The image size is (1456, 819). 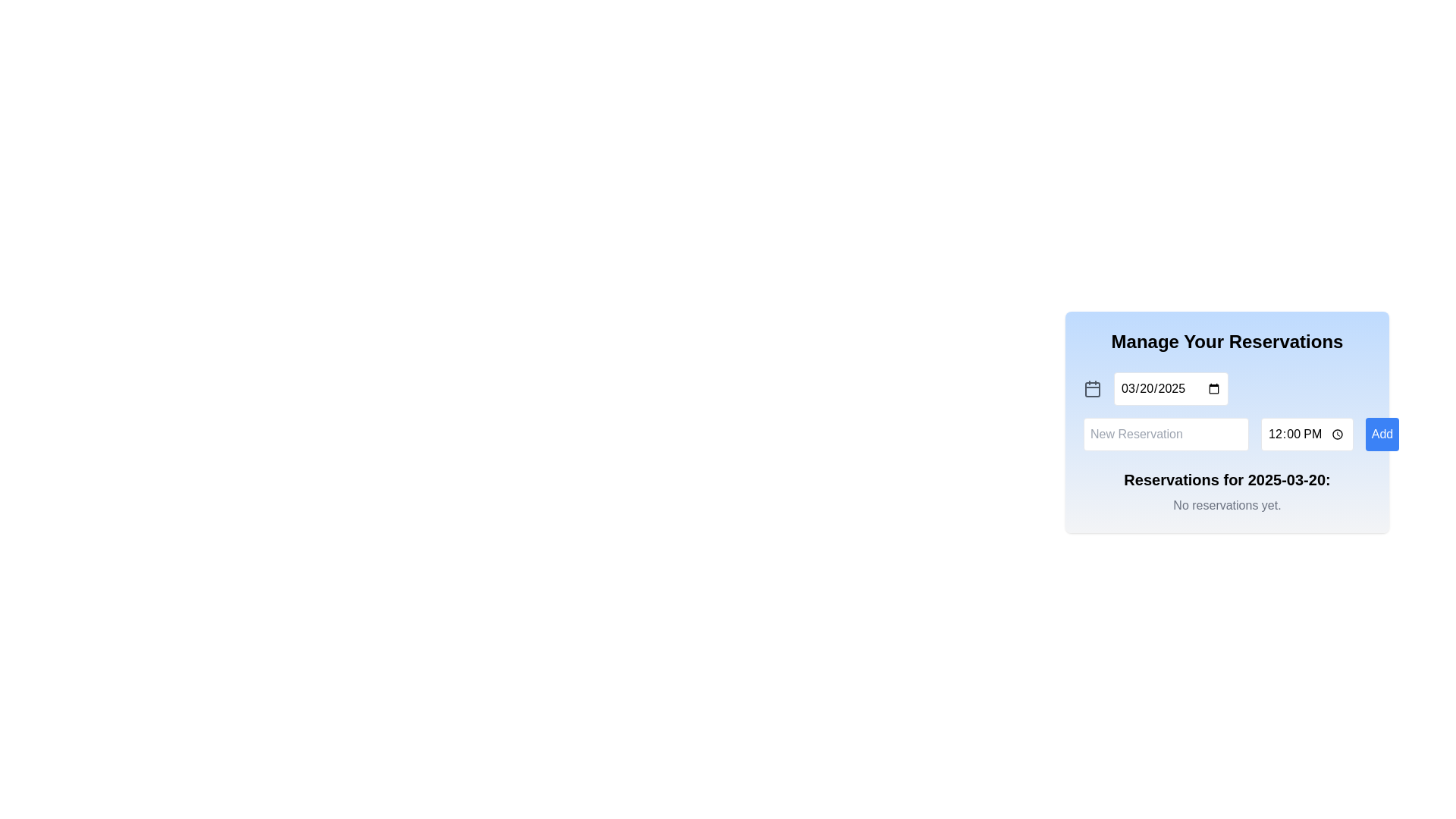 What do you see at coordinates (1382, 435) in the screenshot?
I see `the confirmation button located to the right of the time input field` at bounding box center [1382, 435].